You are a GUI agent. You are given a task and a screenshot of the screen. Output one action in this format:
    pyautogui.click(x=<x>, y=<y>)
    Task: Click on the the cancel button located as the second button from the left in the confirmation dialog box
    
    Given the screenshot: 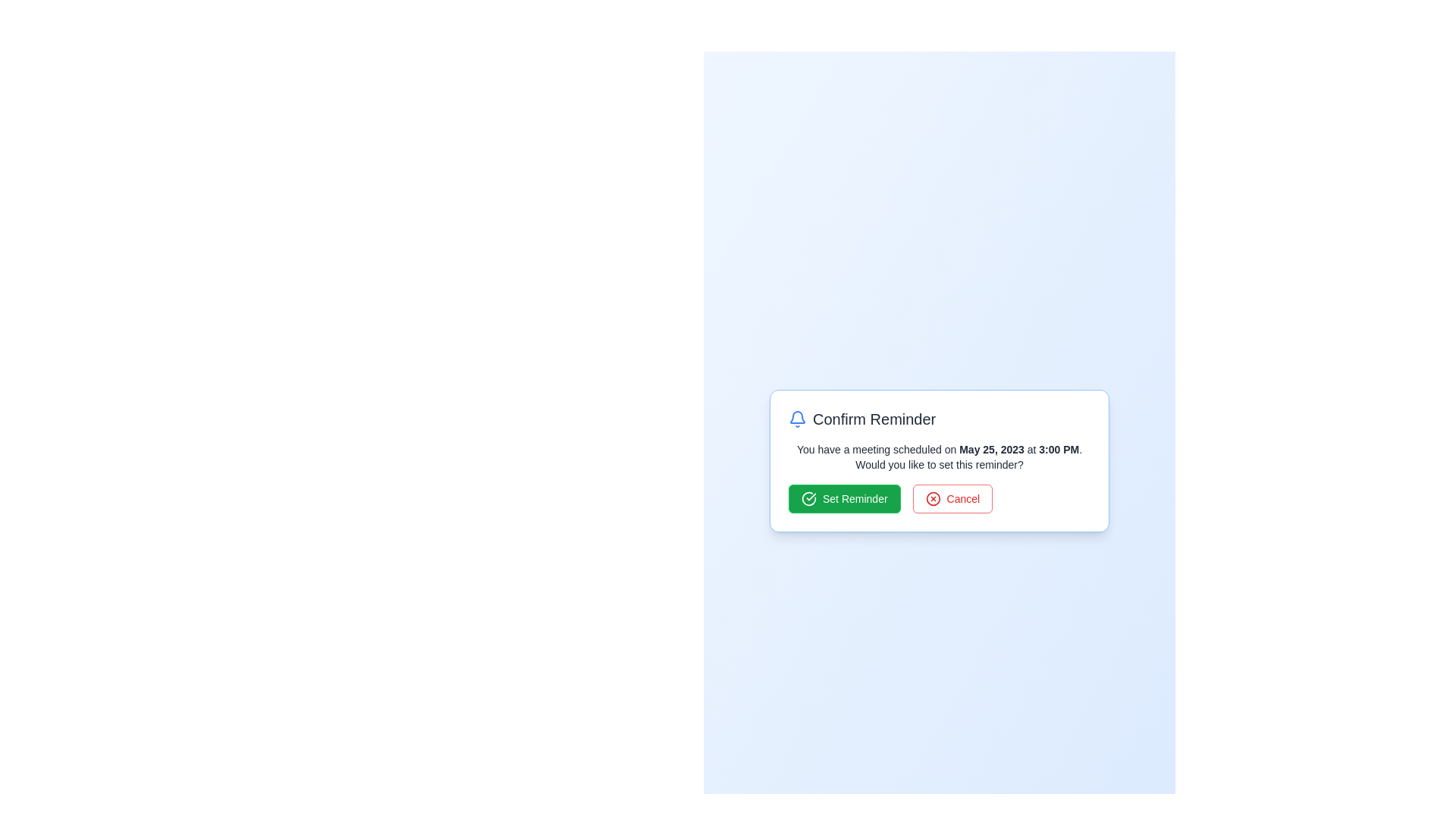 What is the action you would take?
    pyautogui.click(x=952, y=499)
    